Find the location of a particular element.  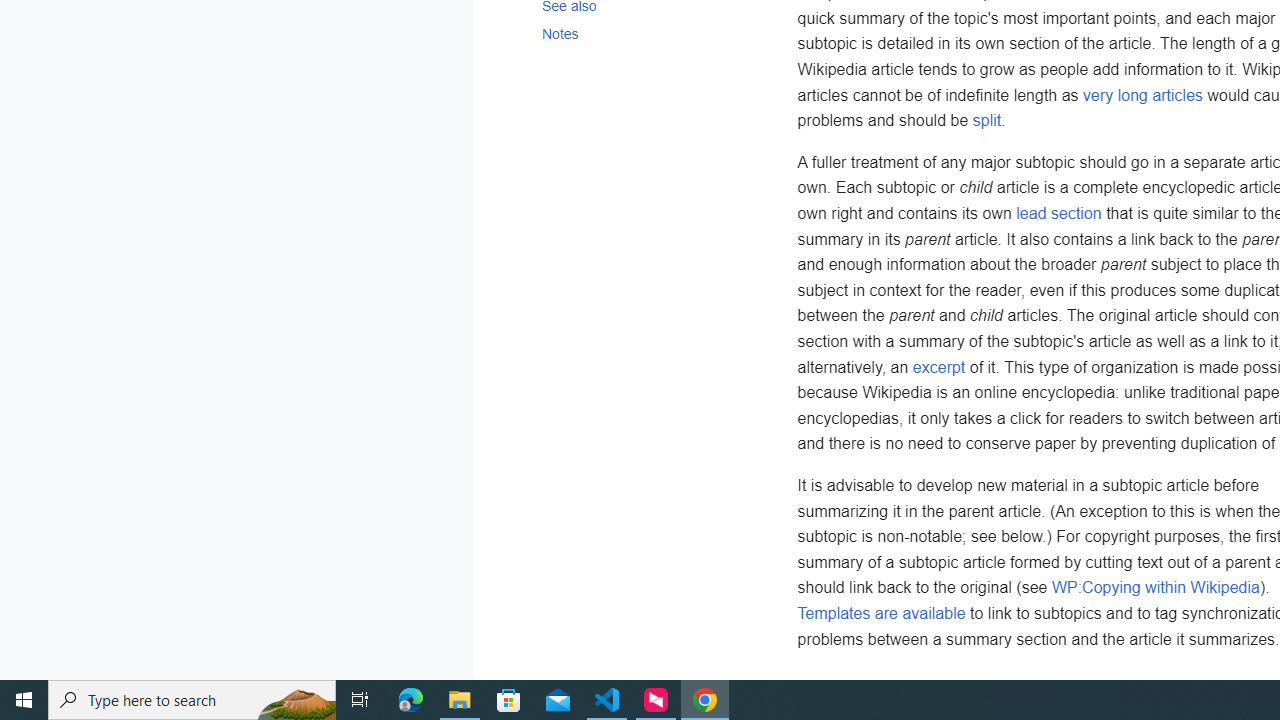

'excerpt' is located at coordinates (937, 366).